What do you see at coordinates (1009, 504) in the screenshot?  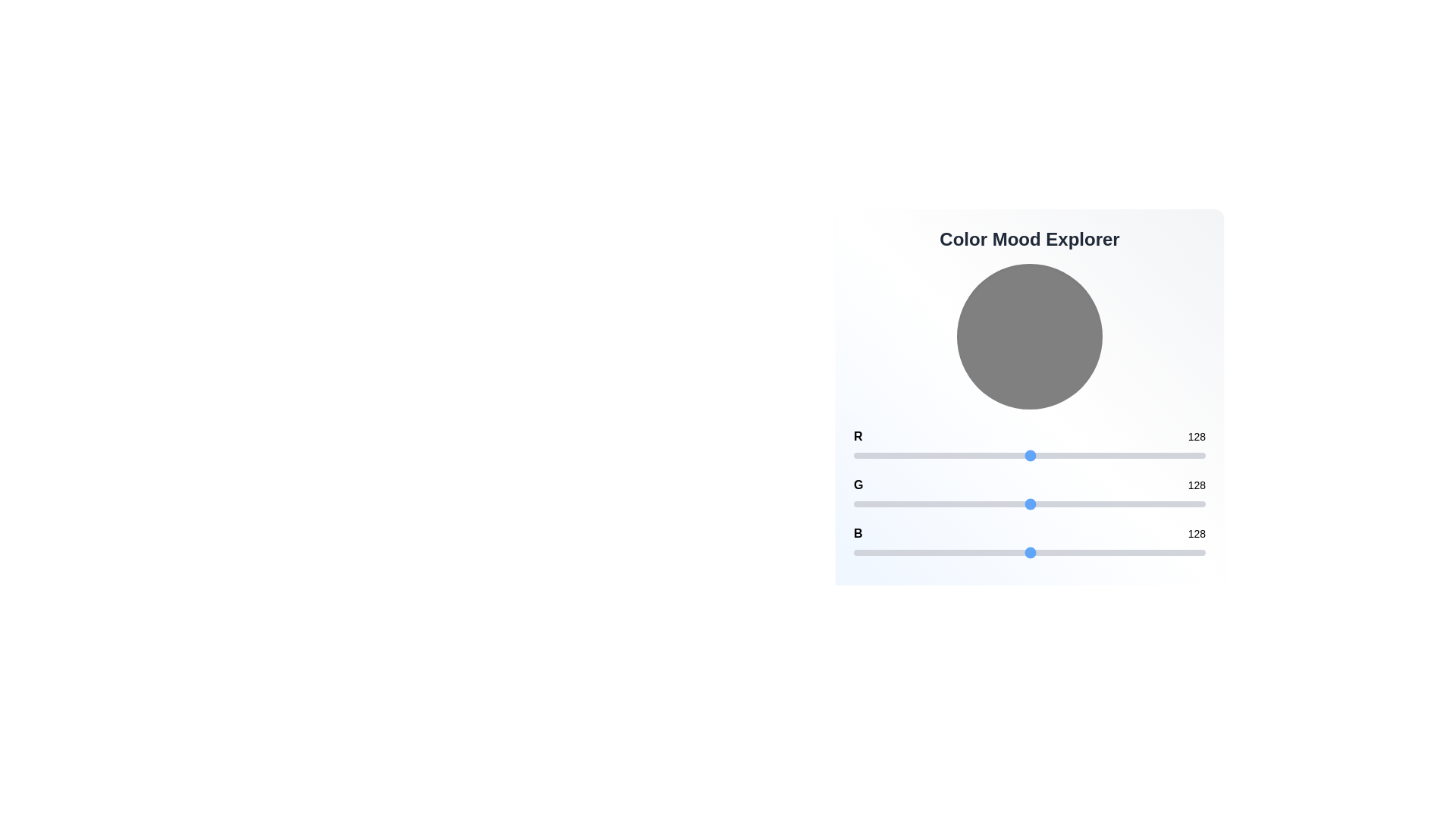 I see `the 1 slider to set its value to 113` at bounding box center [1009, 504].